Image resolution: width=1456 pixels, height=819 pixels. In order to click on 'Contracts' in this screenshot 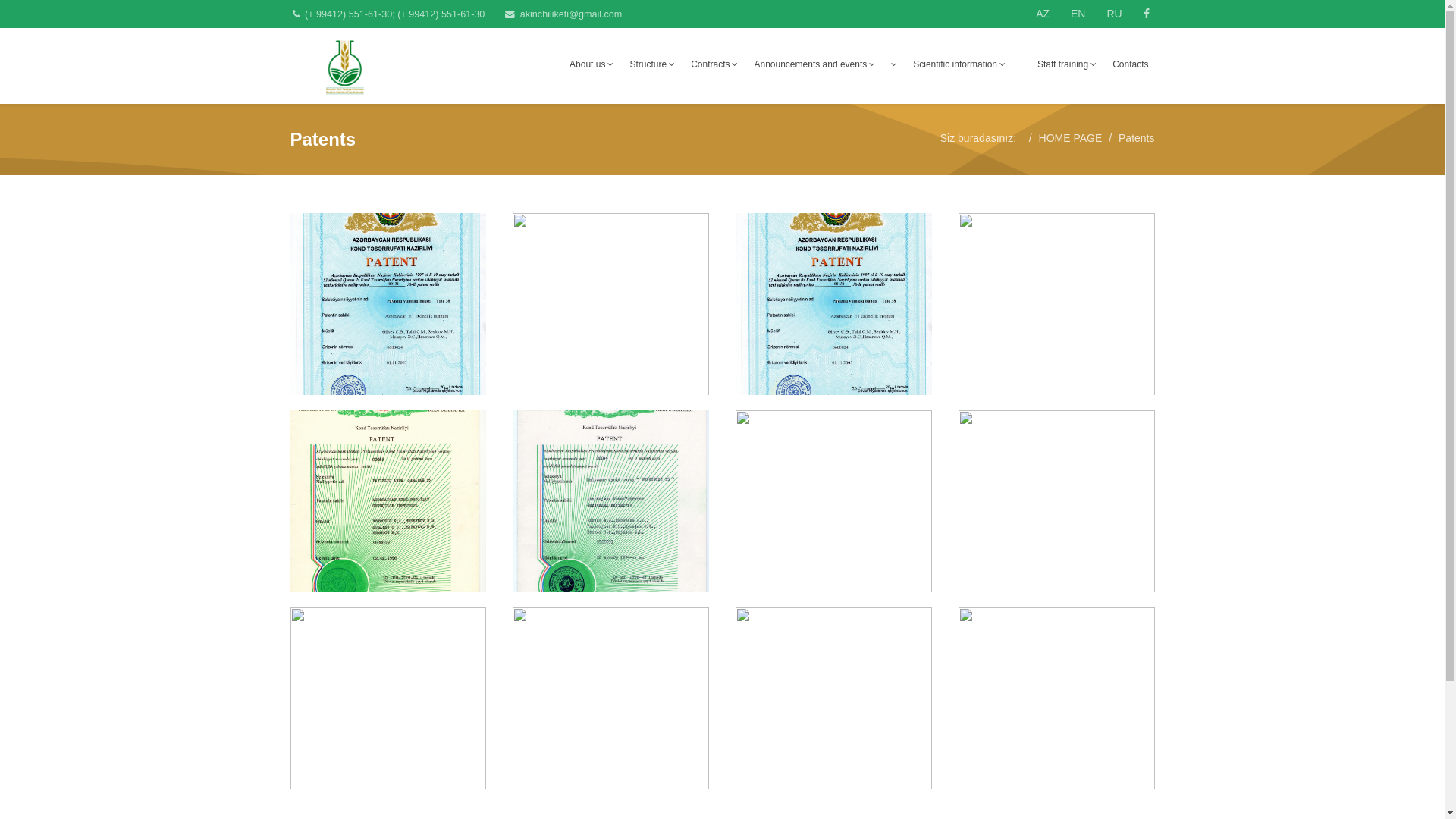, I will do `click(683, 63)`.